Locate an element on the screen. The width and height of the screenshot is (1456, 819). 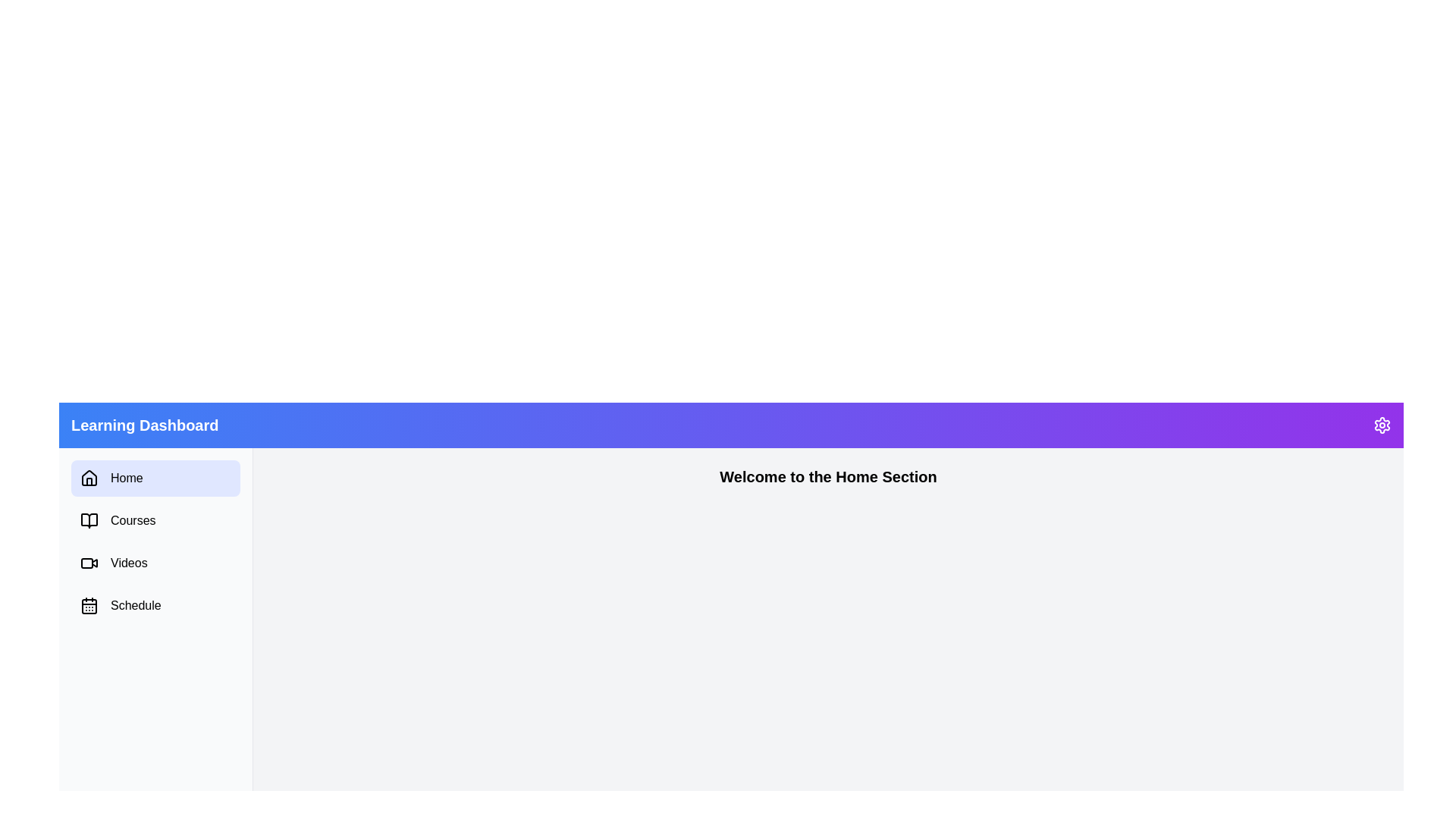
the fourth button in the vertical sidebar navigation menu is located at coordinates (155, 604).